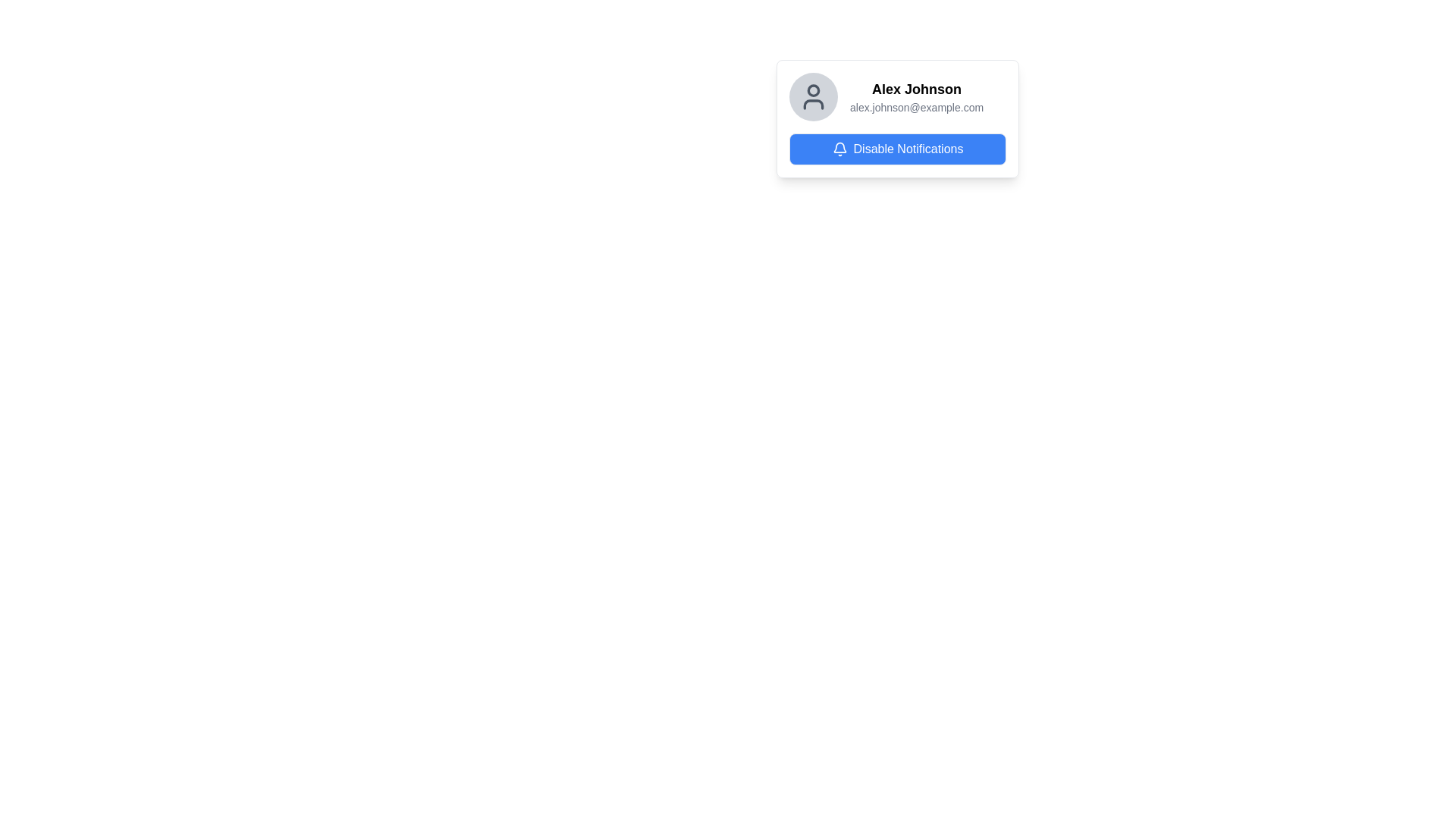 The width and height of the screenshot is (1456, 819). I want to click on the user identifier text label that displays the name and email address, located above the 'Disable Notifications' button within the card layout, so click(916, 96).